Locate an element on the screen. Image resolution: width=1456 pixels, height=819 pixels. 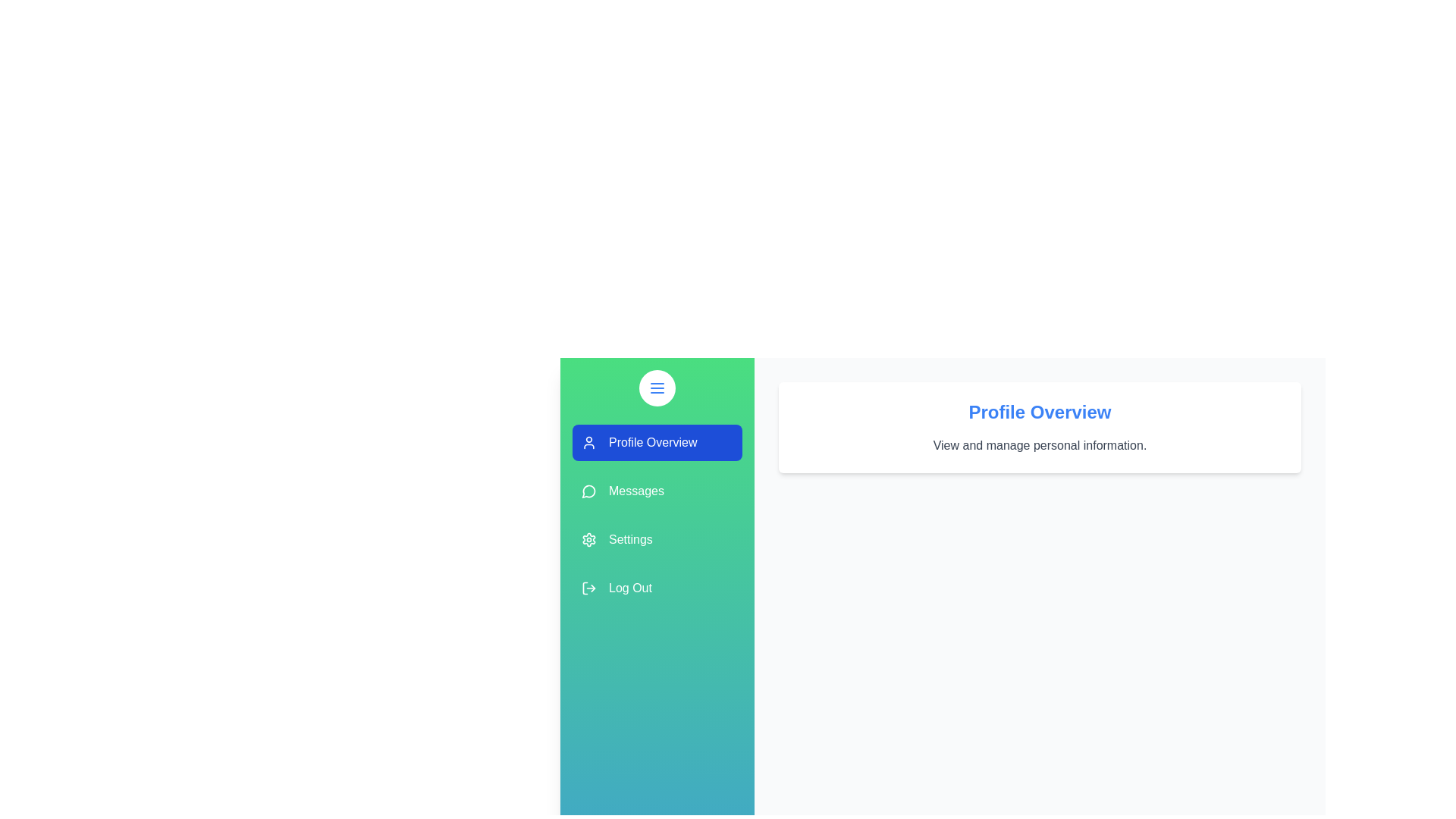
the section Profile Overview by clicking on its corresponding area is located at coordinates (657, 442).